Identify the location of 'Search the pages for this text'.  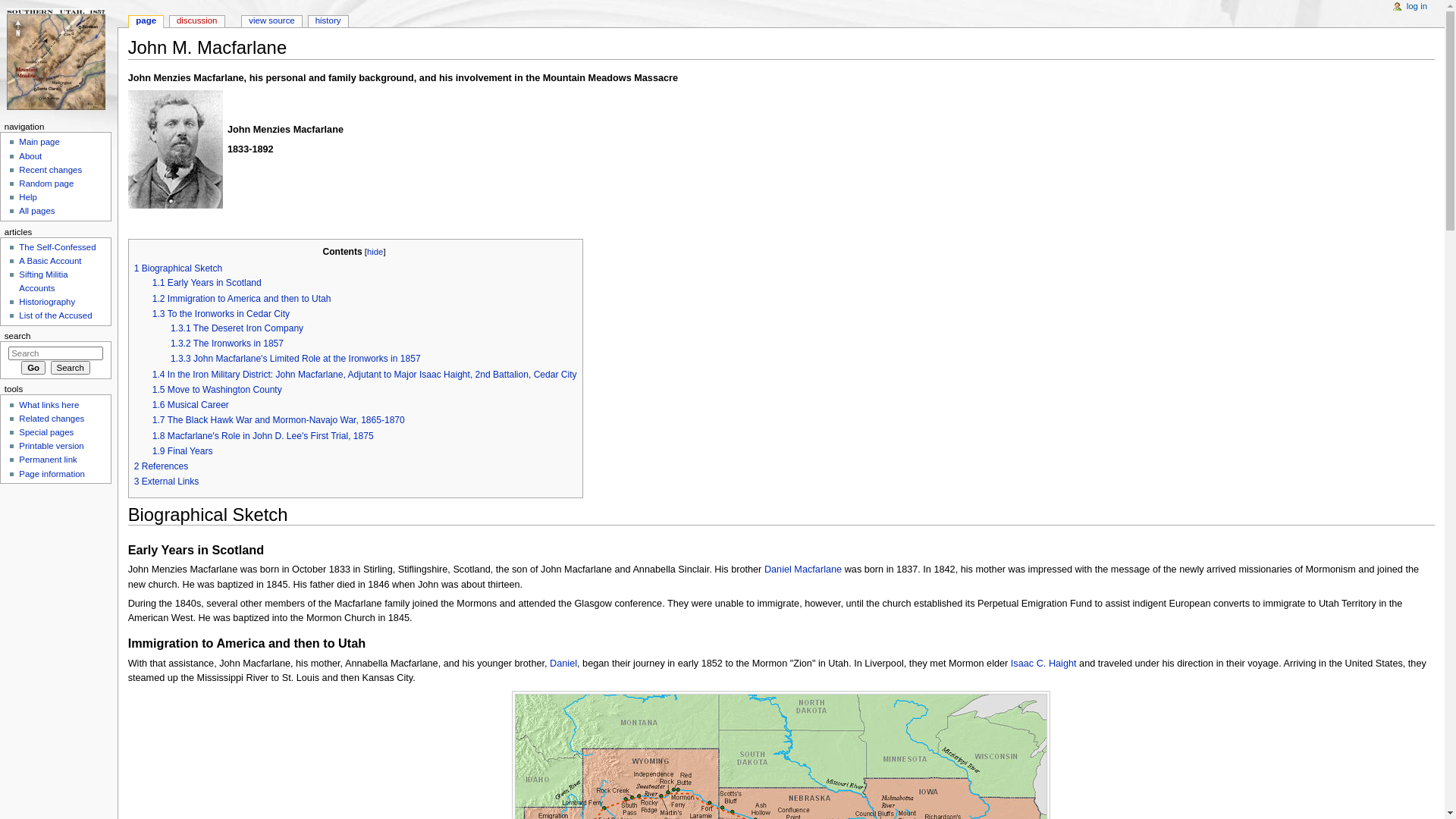
(69, 368).